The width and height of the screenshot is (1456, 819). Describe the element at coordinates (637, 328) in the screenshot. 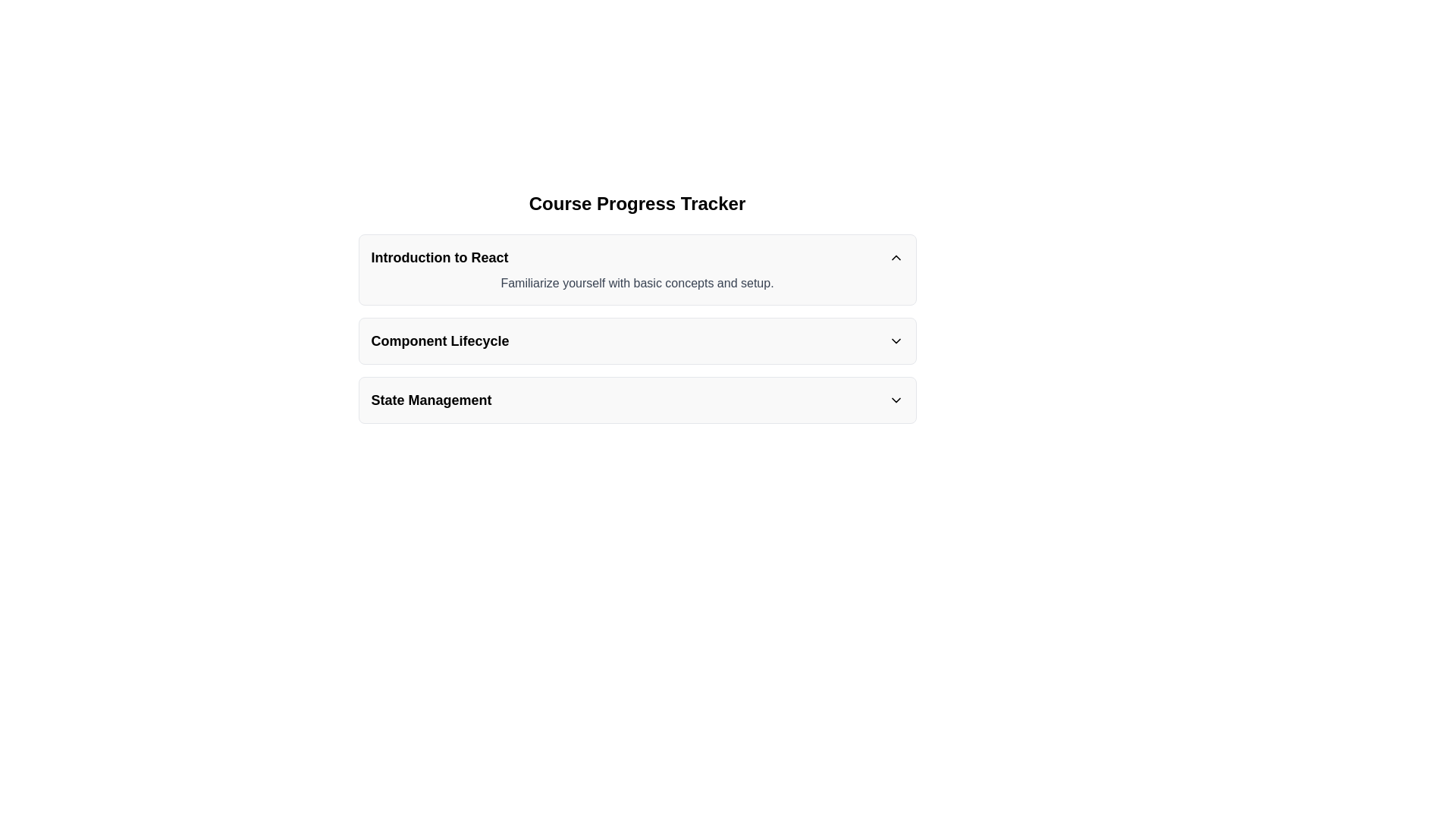

I see `the second collapsible panel titled 'Component Lifecycle' which contains a bold title and description` at that location.